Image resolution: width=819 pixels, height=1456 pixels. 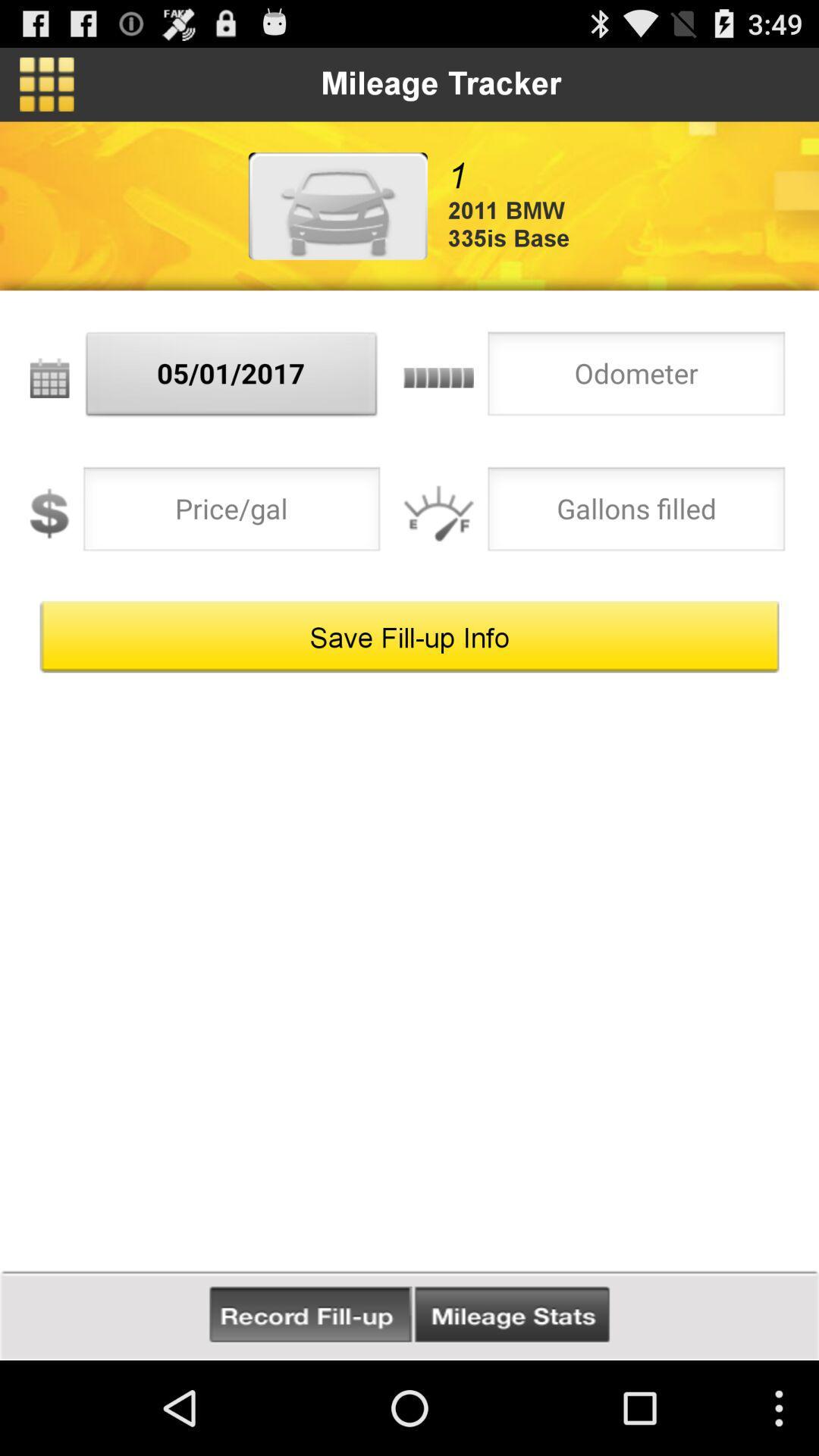 I want to click on store data, so click(x=309, y=1314).